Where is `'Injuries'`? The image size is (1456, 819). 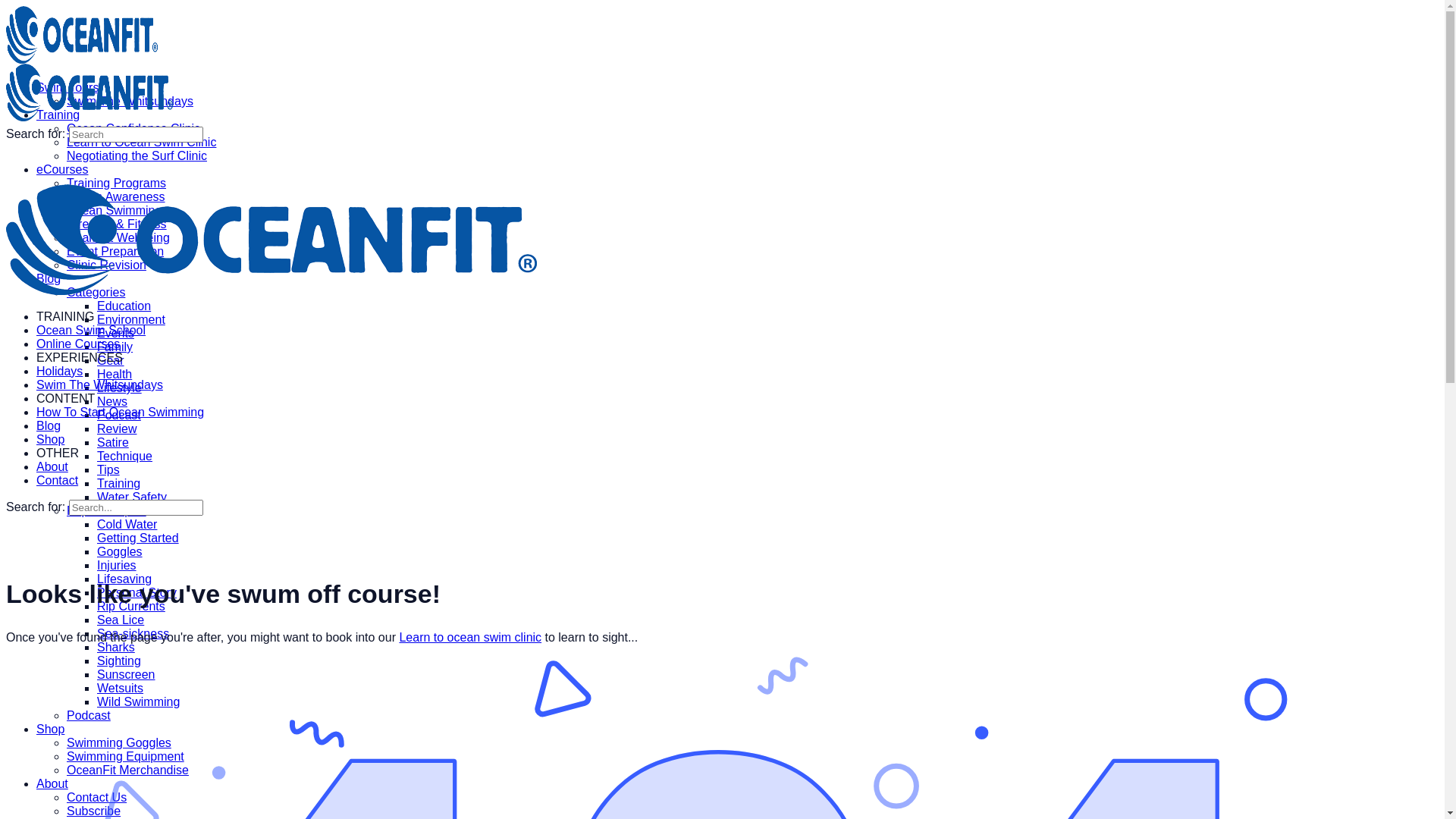 'Injuries' is located at coordinates (115, 565).